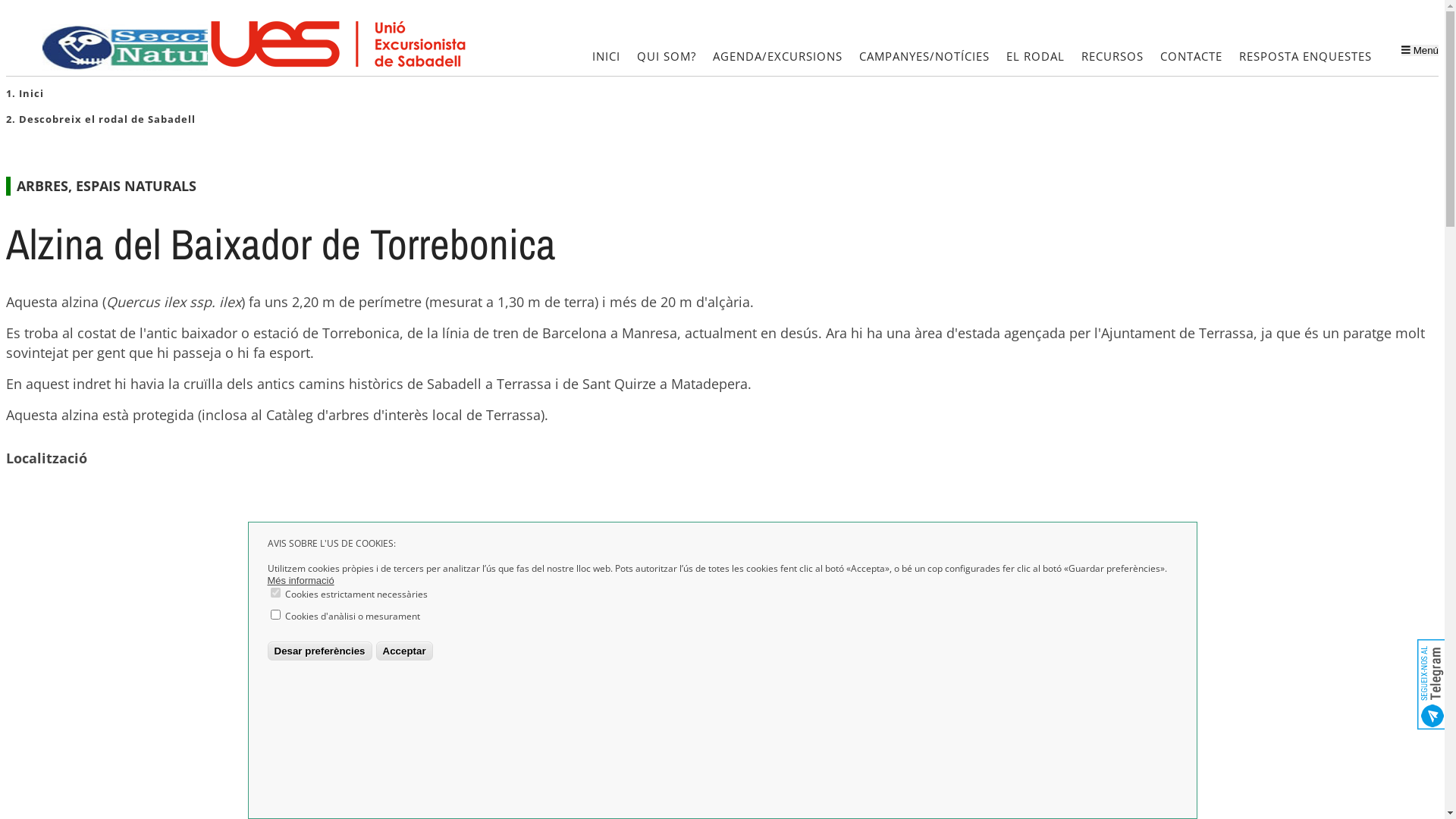  What do you see at coordinates (1153, 56) in the screenshot?
I see `'CONTACTE'` at bounding box center [1153, 56].